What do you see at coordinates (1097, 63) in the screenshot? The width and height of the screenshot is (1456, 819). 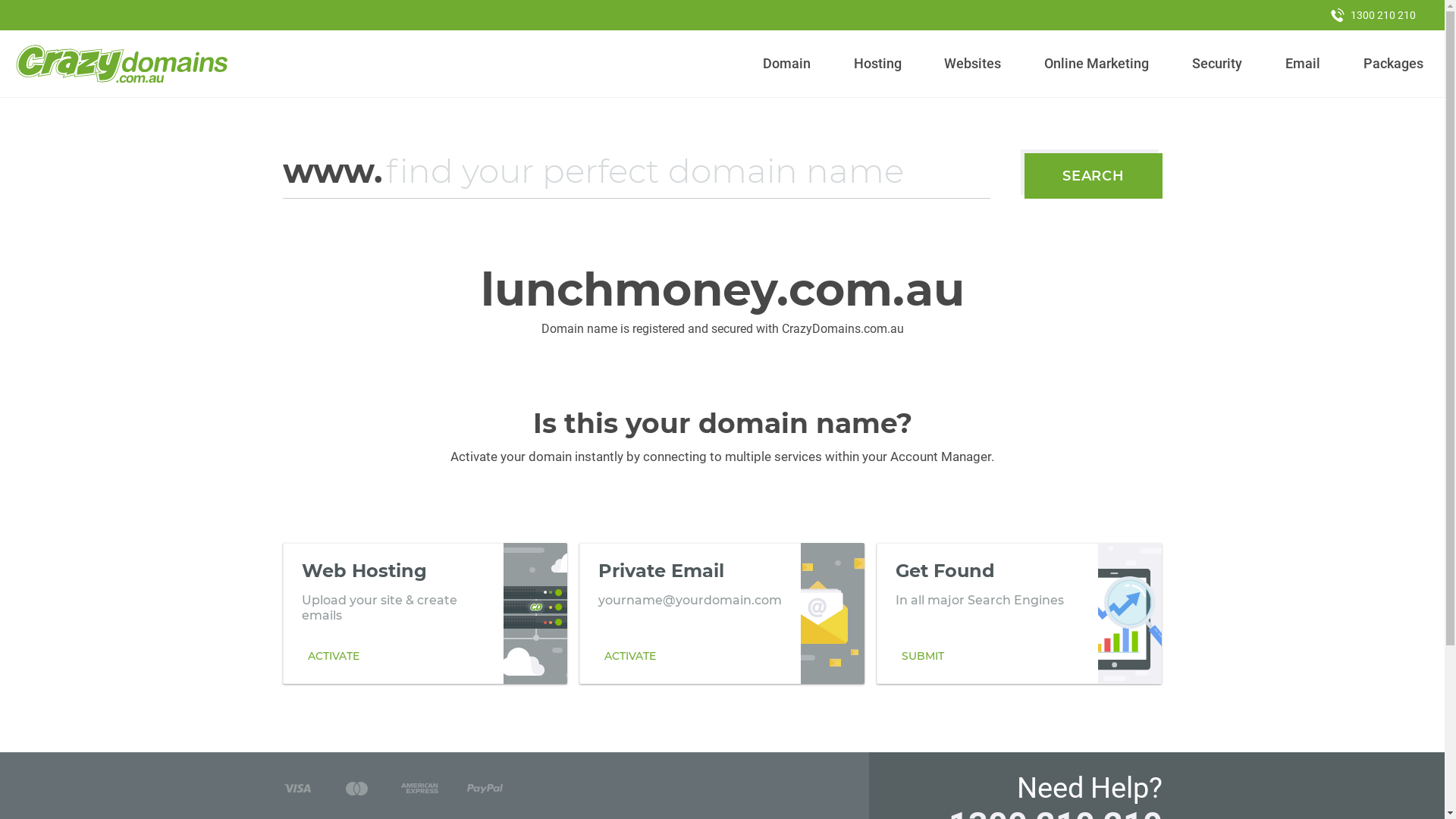 I see `'Online Marketing'` at bounding box center [1097, 63].